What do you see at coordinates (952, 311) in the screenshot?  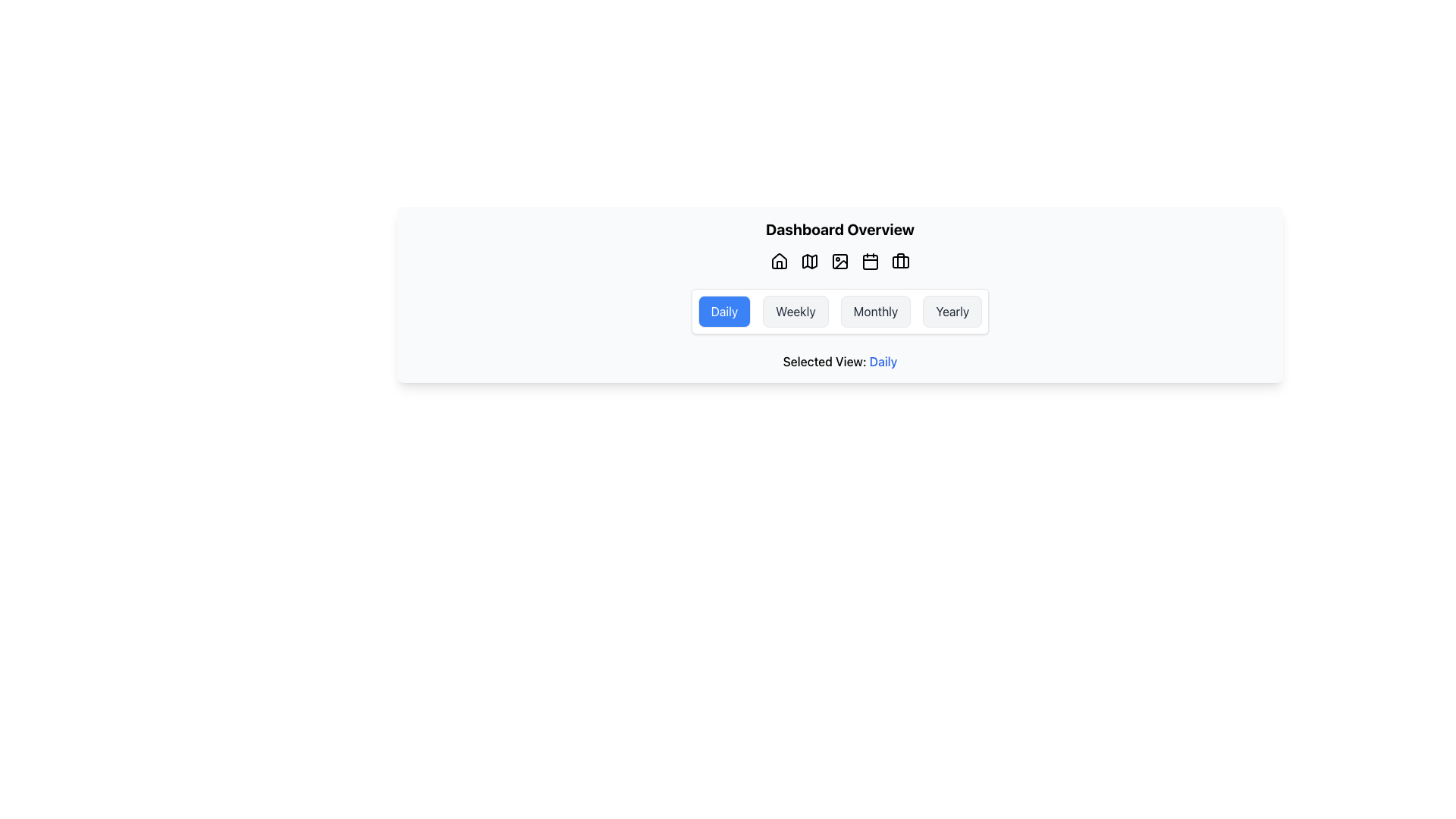 I see `the 'Yearly' button, which is the last button in a group of four buttons labeled 'Daily', 'Weekly', 'Monthly', and 'Yearly'` at bounding box center [952, 311].